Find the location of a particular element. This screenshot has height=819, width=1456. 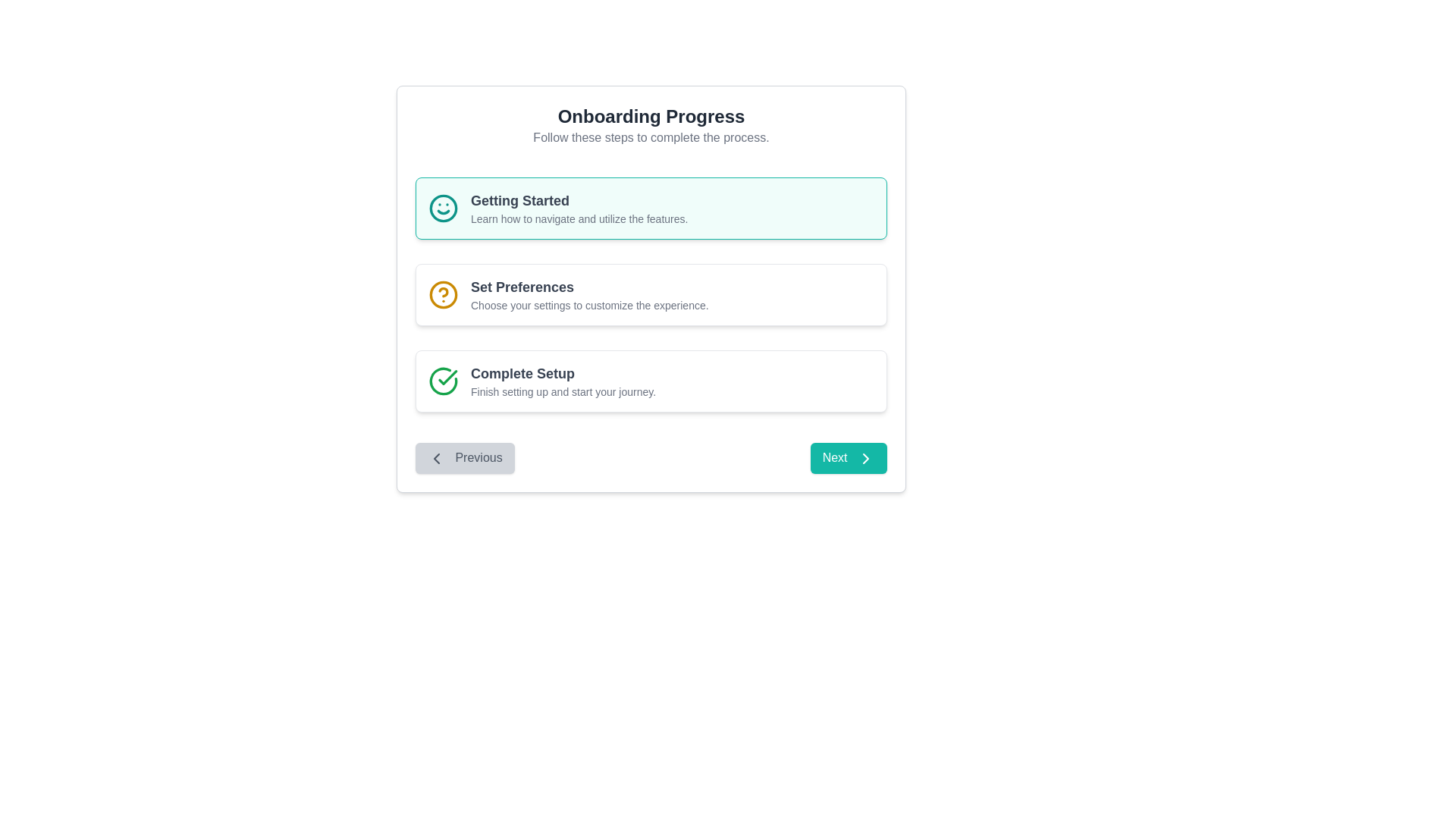

the Step Indicator Panel, which displays progress steps for onboarding including sections titled 'Getting Started,' 'Set Preferences,' and 'Complete Setup' is located at coordinates (651, 295).